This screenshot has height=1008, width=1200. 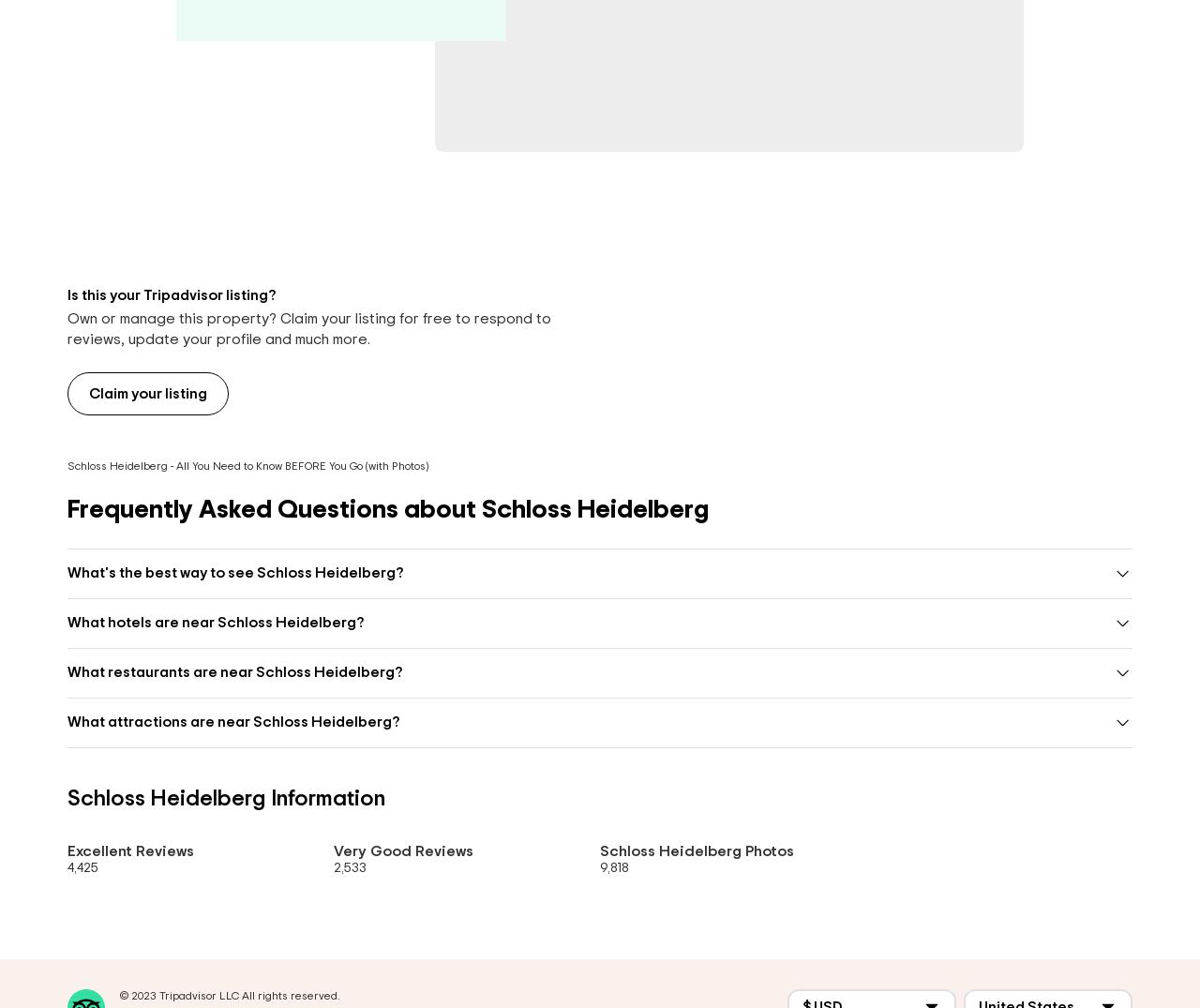 What do you see at coordinates (350, 867) in the screenshot?
I see `'2,533'` at bounding box center [350, 867].